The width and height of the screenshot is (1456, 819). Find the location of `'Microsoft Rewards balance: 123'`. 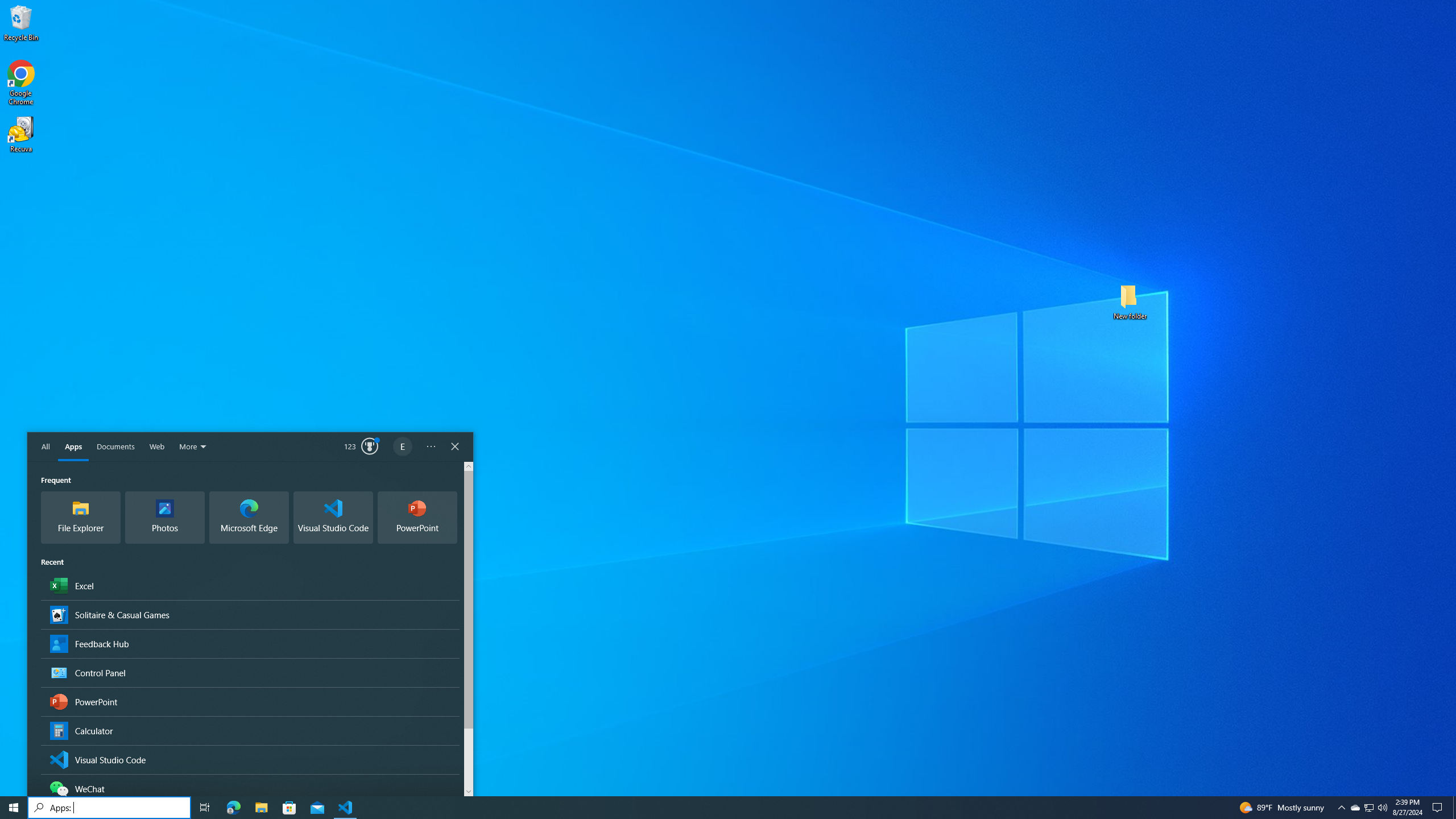

'Microsoft Rewards balance: 123' is located at coordinates (361, 446).